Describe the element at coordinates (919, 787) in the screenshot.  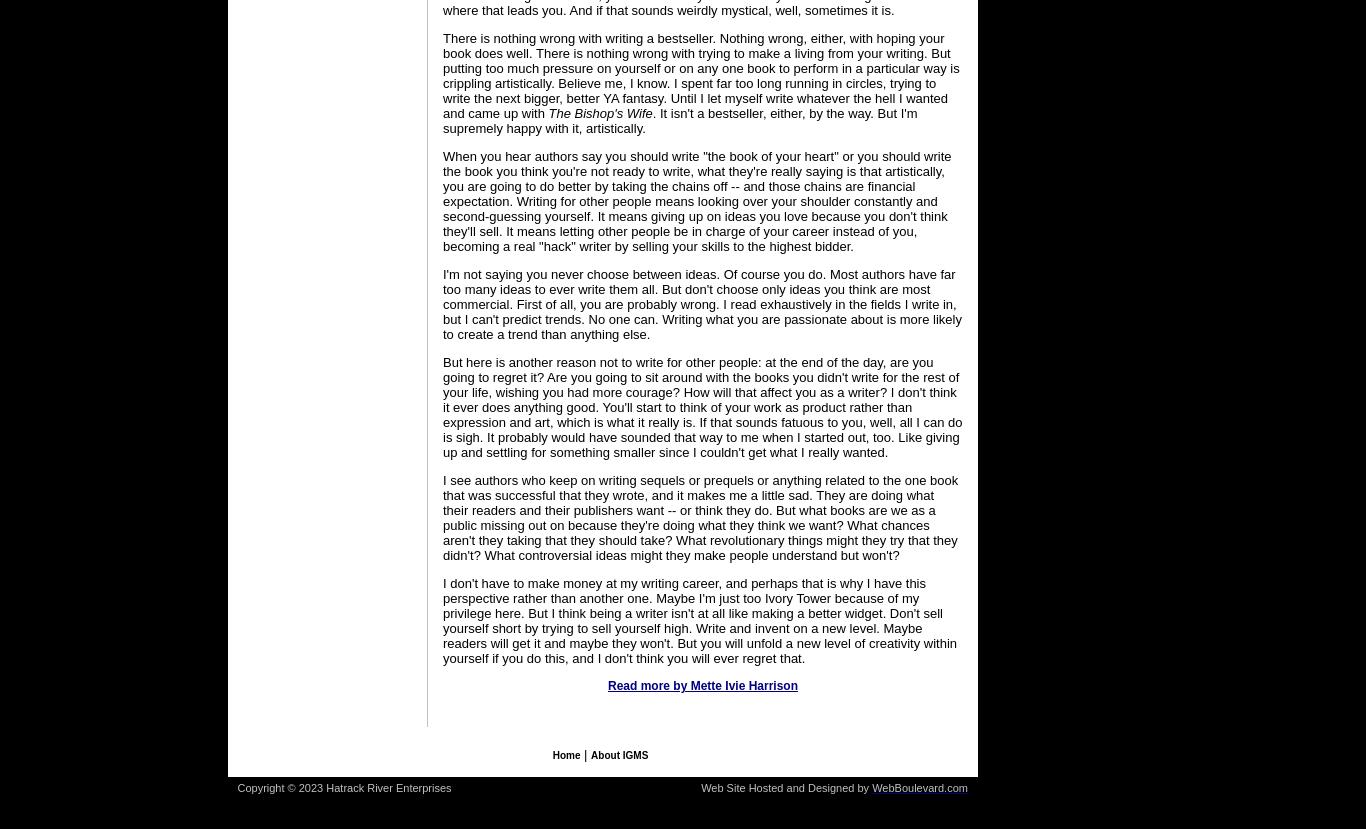
I see `'WebBoulevard.com'` at that location.